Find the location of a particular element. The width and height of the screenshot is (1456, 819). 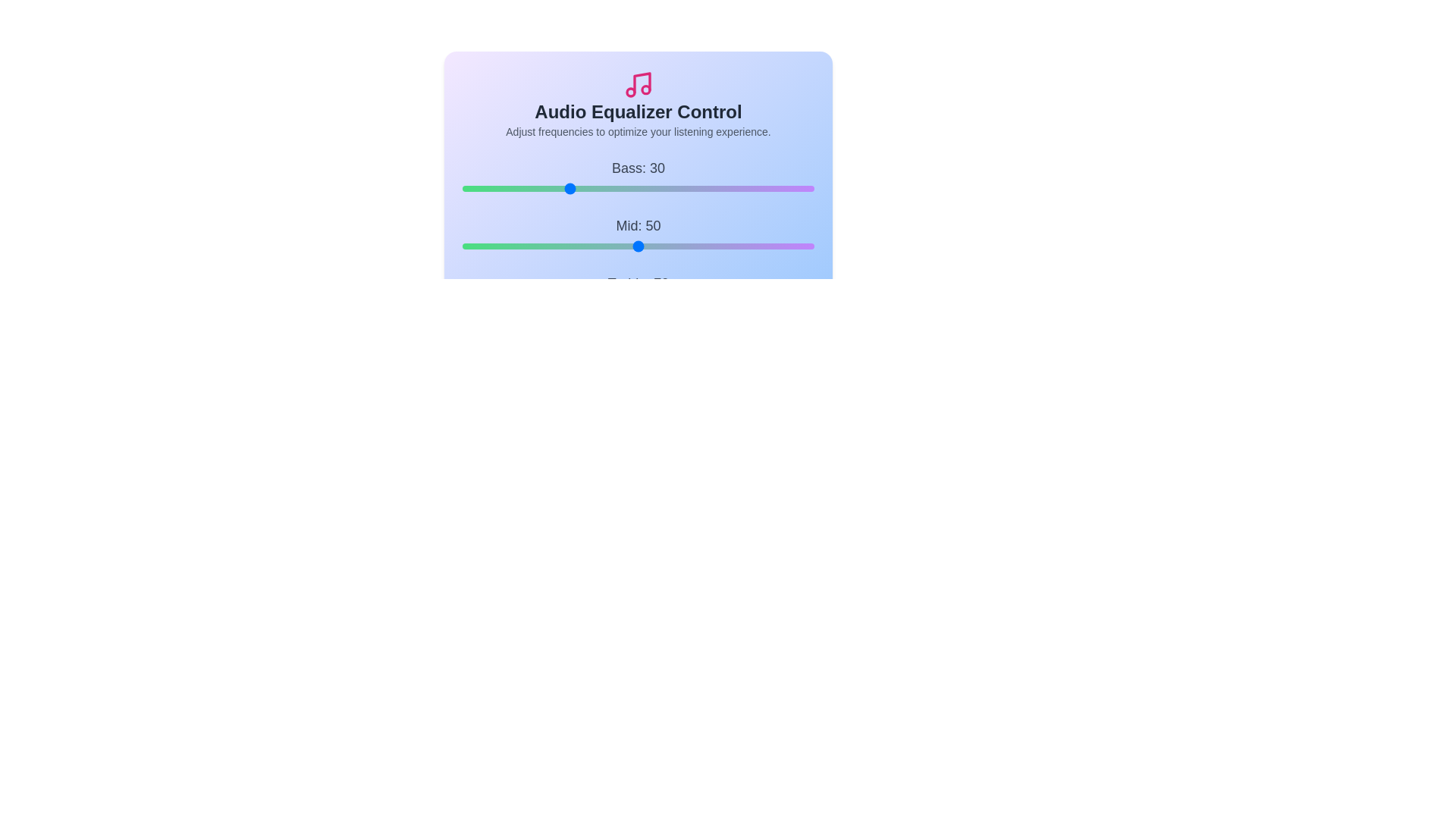

the 'Mid' slider to set the midrange level to 51 is located at coordinates (642, 245).